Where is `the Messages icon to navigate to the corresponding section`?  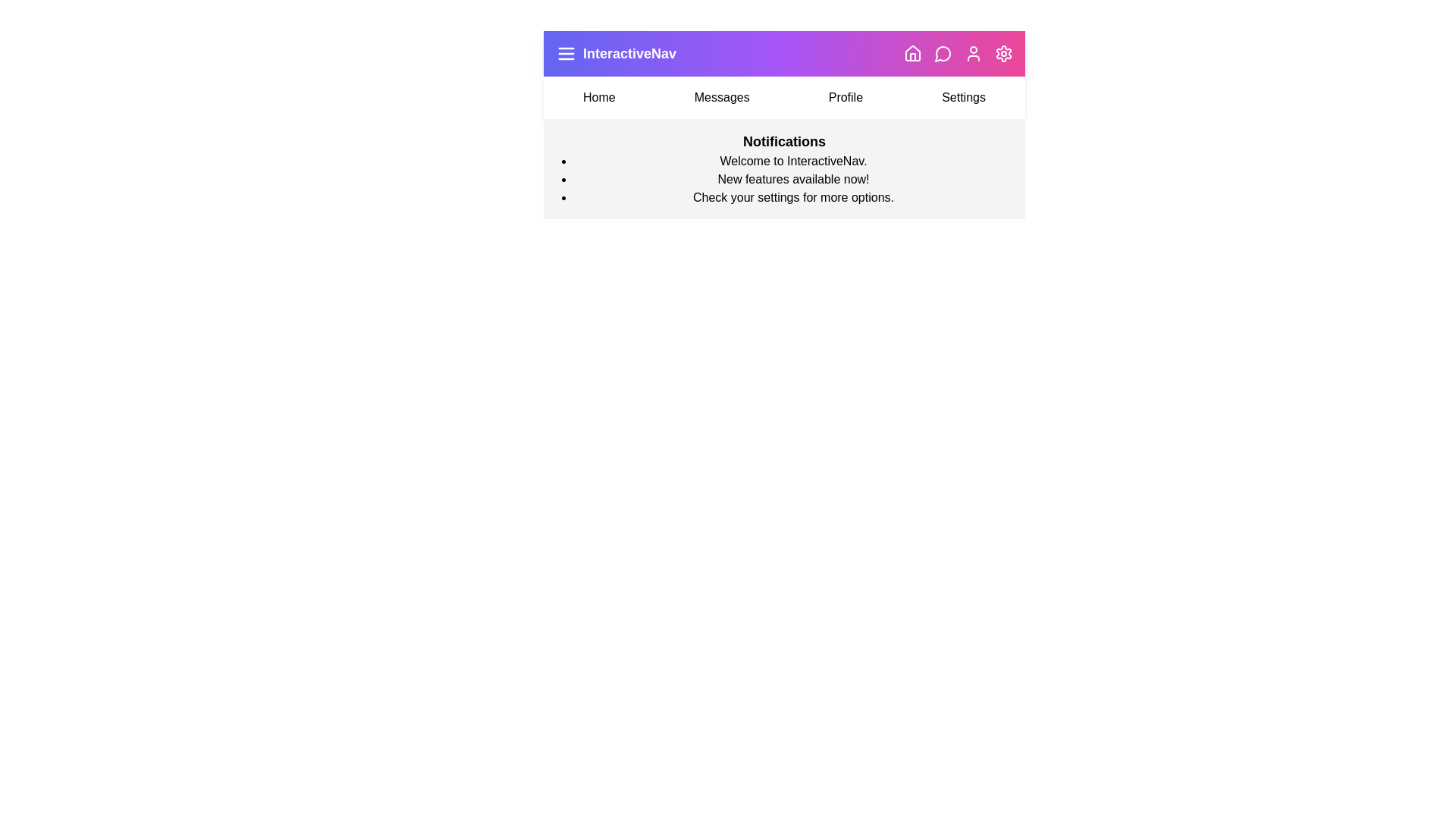
the Messages icon to navigate to the corresponding section is located at coordinates (942, 52).